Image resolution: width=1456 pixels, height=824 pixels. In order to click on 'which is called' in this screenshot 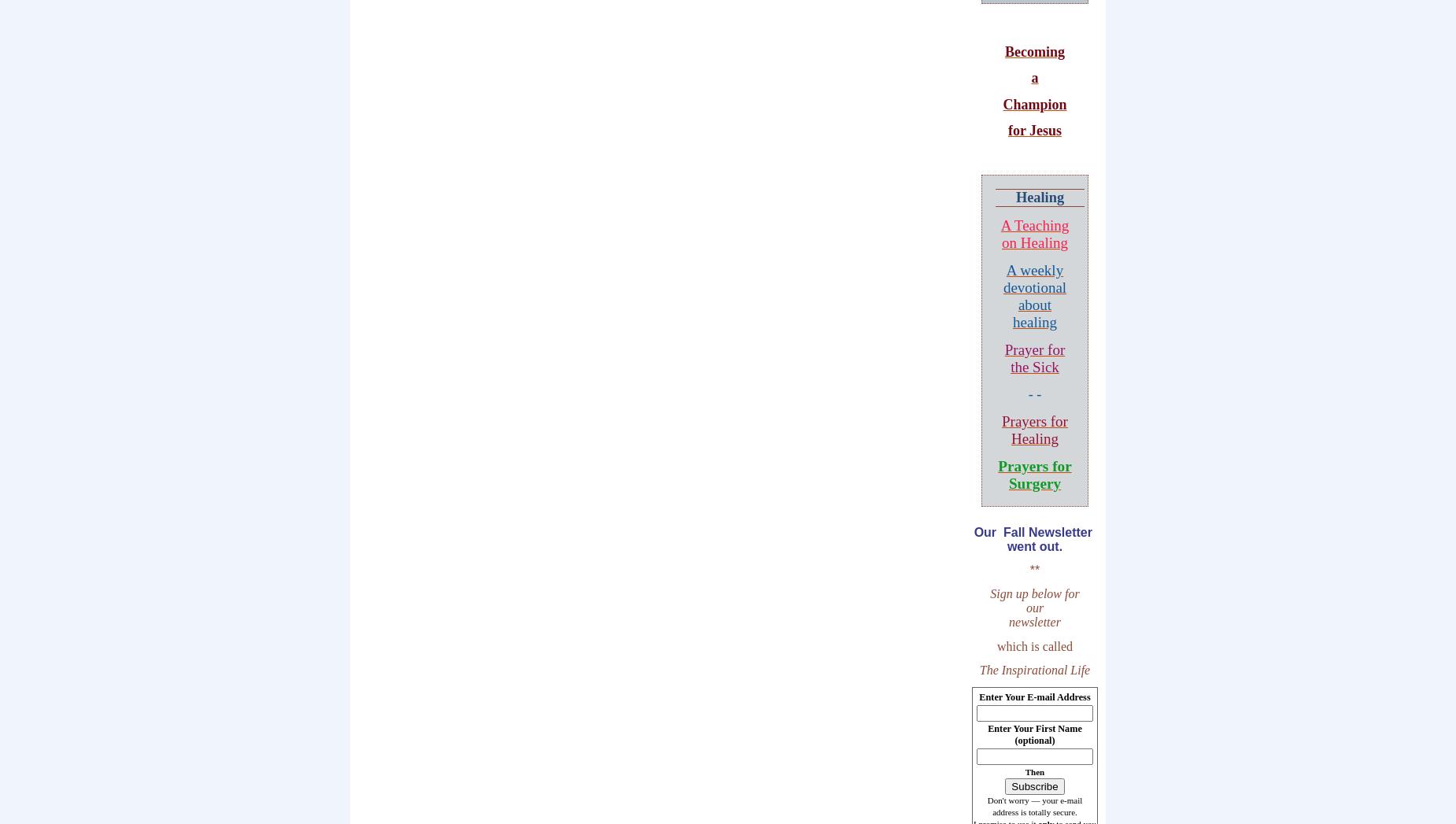, I will do `click(1033, 645)`.